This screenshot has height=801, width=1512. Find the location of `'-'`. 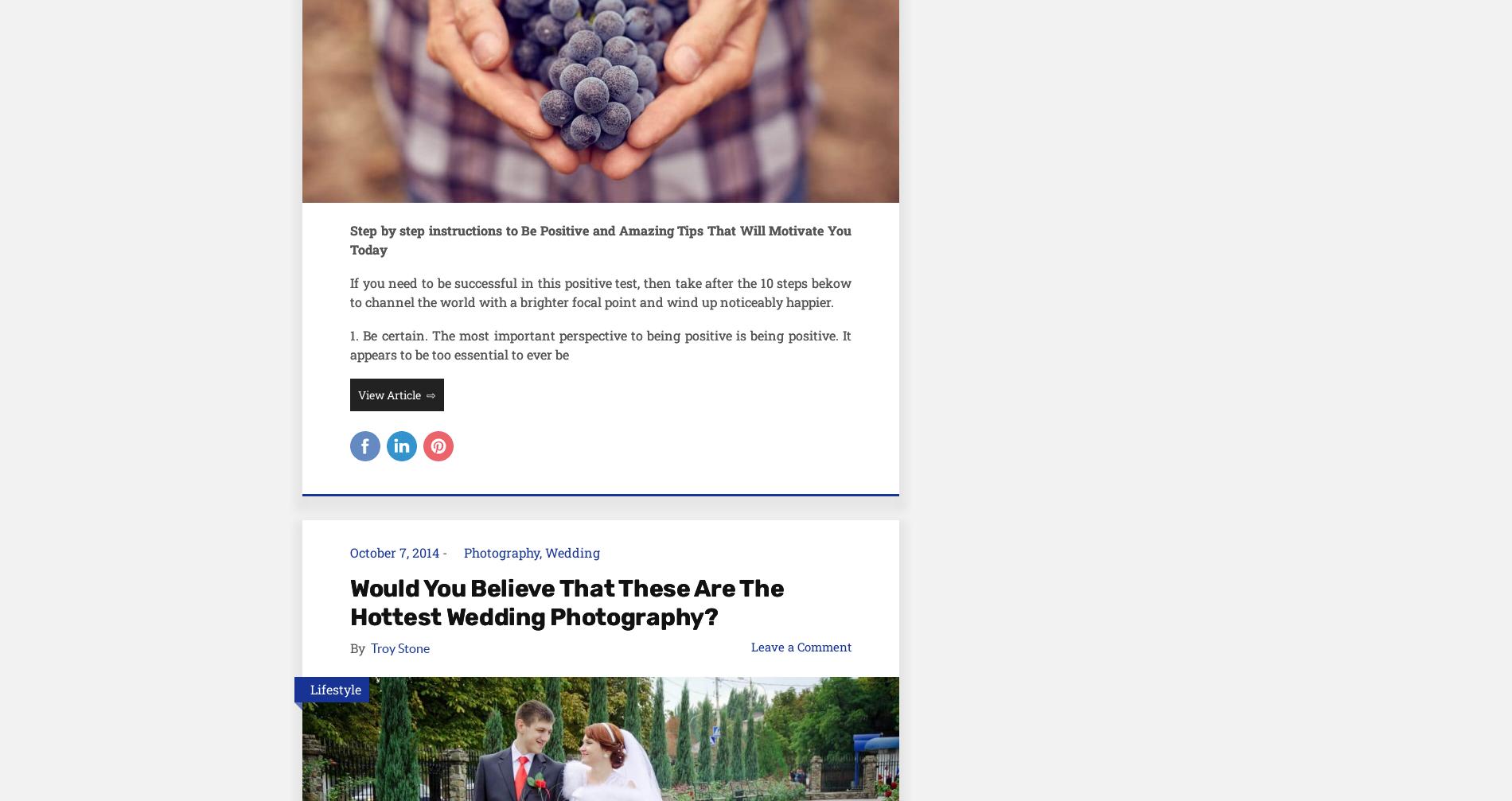

'-' is located at coordinates (444, 550).